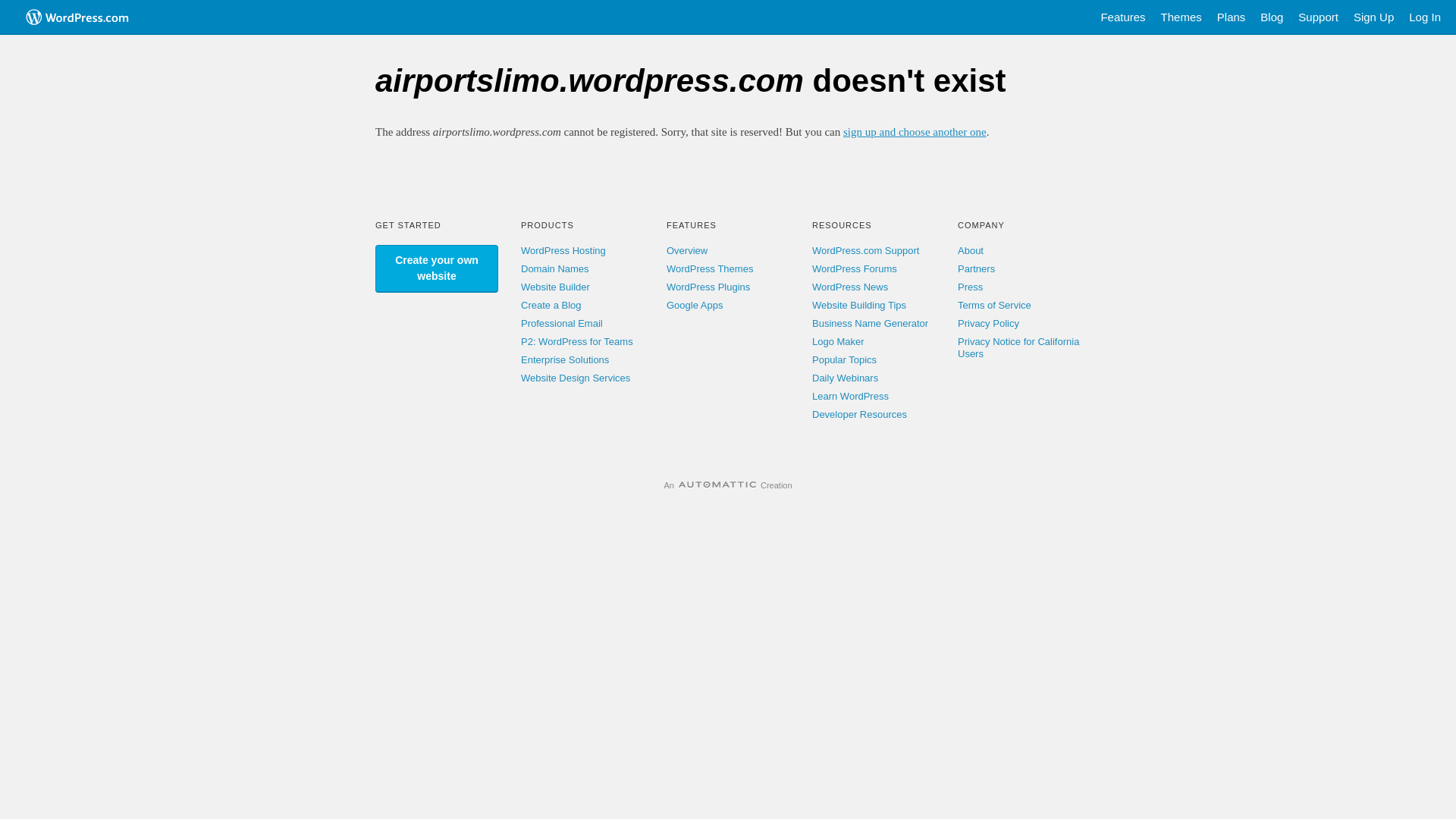 Image resolution: width=1456 pixels, height=819 pixels. What do you see at coordinates (1208, 17) in the screenshot?
I see `'Plans'` at bounding box center [1208, 17].